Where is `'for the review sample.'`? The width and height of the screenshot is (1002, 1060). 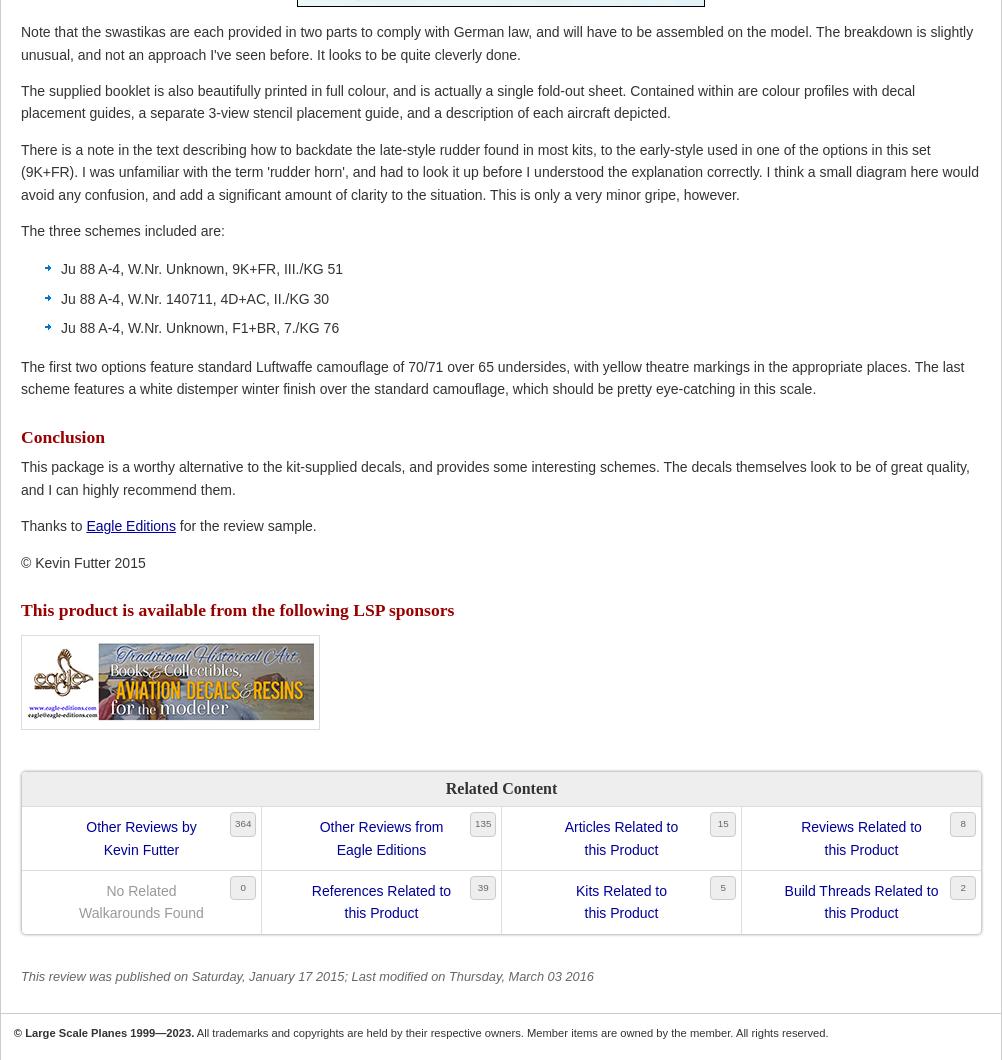
'for the review sample.' is located at coordinates (245, 524).